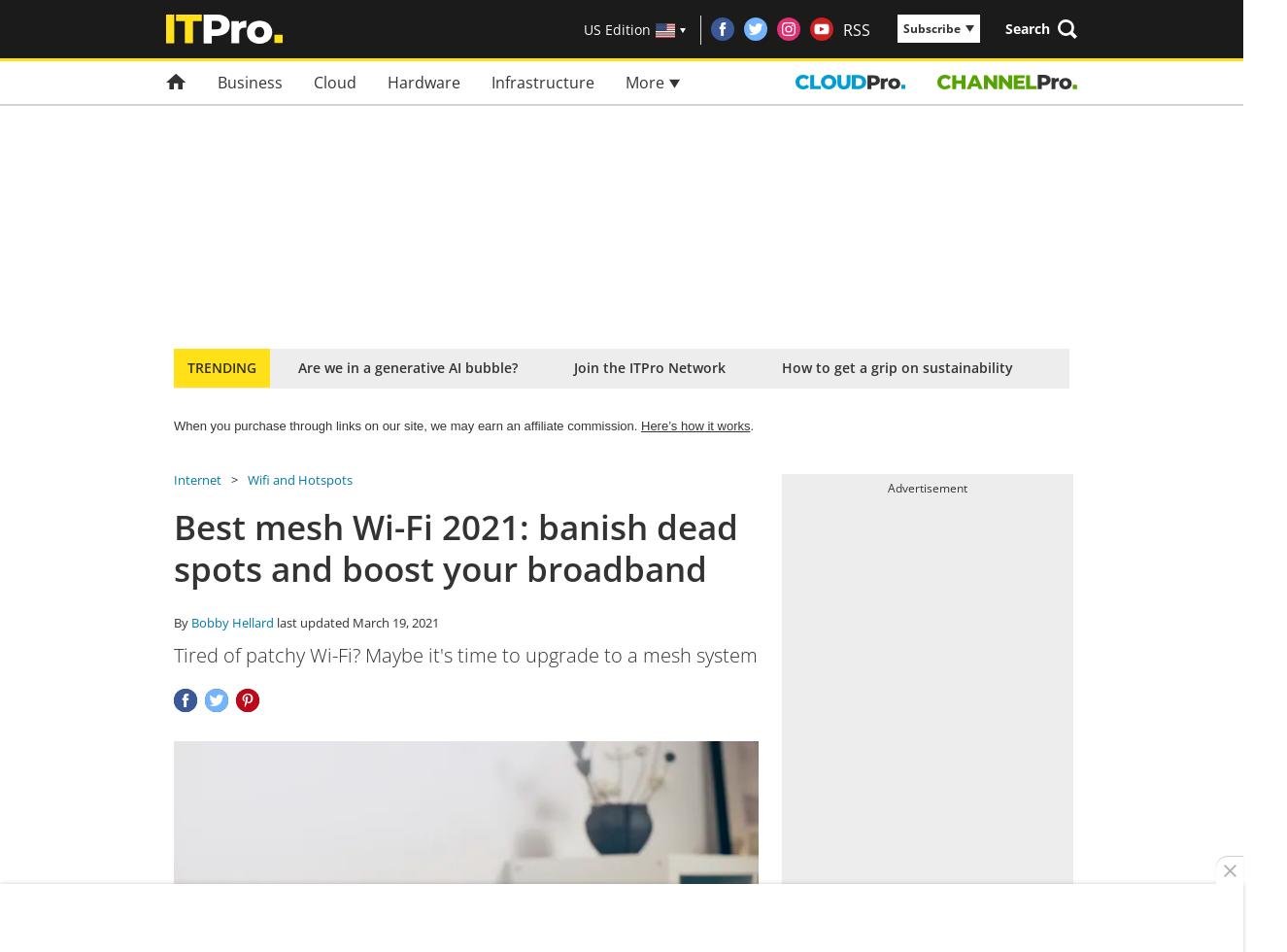 The height and width of the screenshot is (952, 1287). What do you see at coordinates (312, 622) in the screenshot?
I see `'last updated'` at bounding box center [312, 622].